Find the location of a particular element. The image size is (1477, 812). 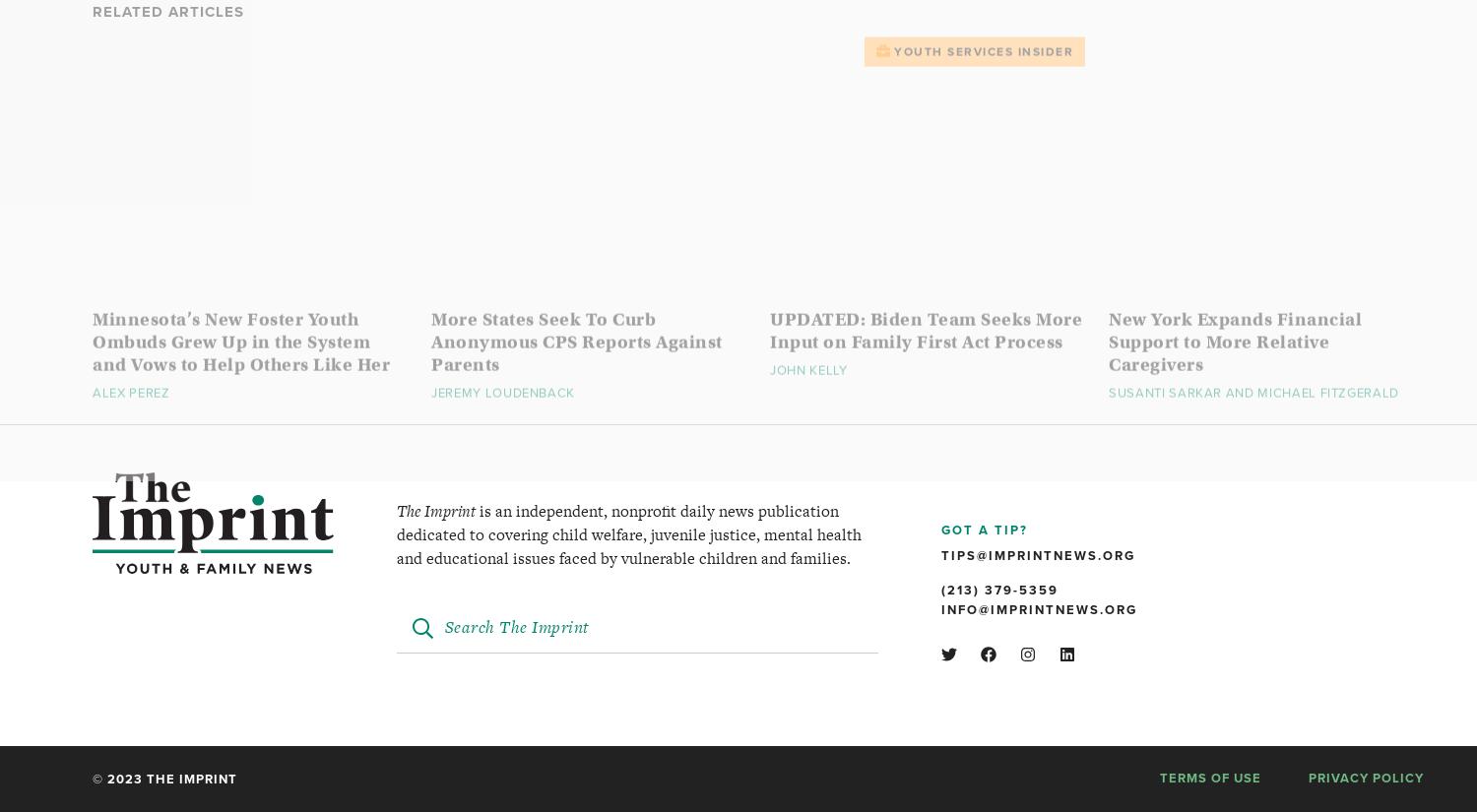

'More States Seek To Curb Anonymous CPS Reports Against Parents' is located at coordinates (575, 382).